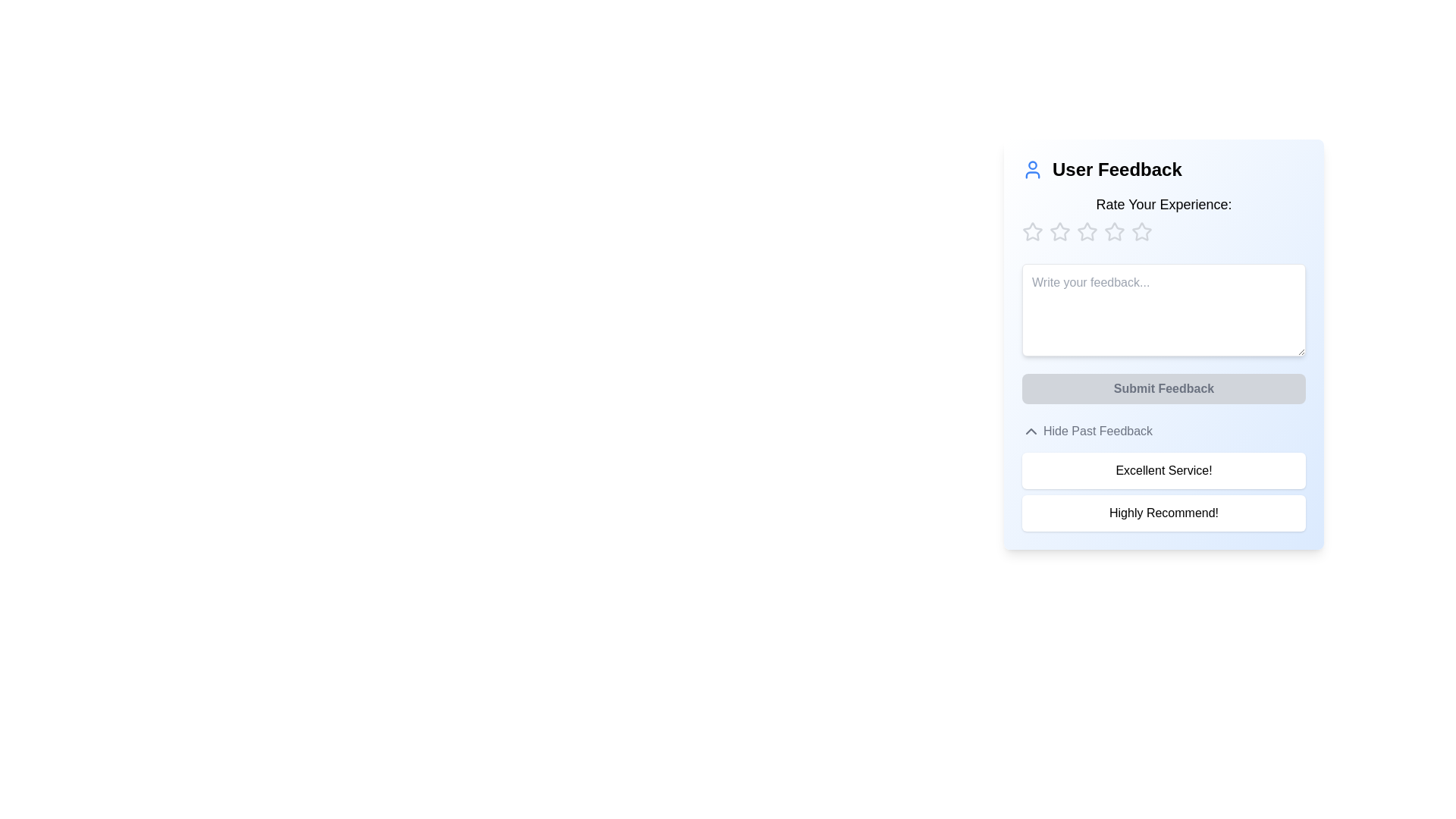  Describe the element at coordinates (1163, 205) in the screenshot. I see `the text label that says 'Rate Your Experience:' located at the top of the feedback form` at that location.